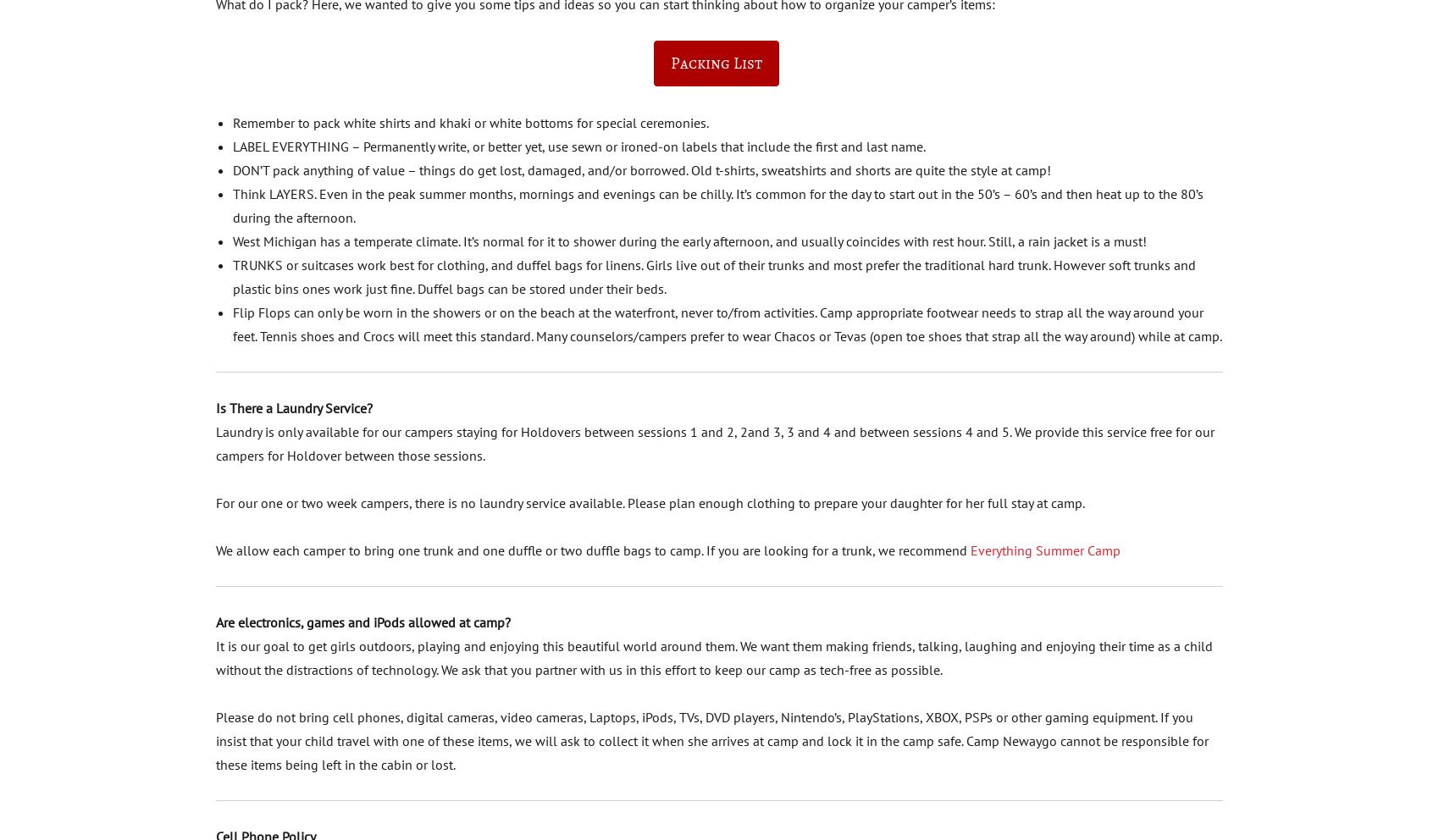 Image resolution: width=1439 pixels, height=840 pixels. I want to click on 'Everything Summer Camp', so click(1043, 549).